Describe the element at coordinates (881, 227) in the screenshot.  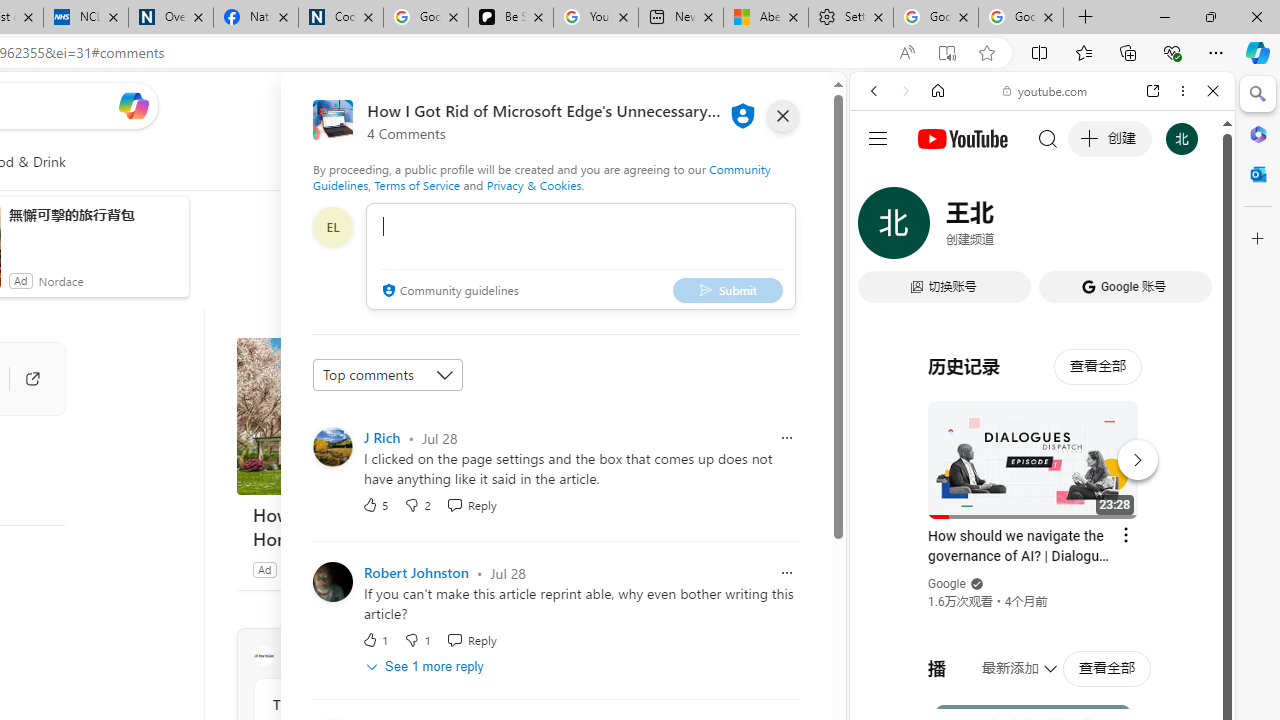
I see `'Search Filter, WEB'` at that location.